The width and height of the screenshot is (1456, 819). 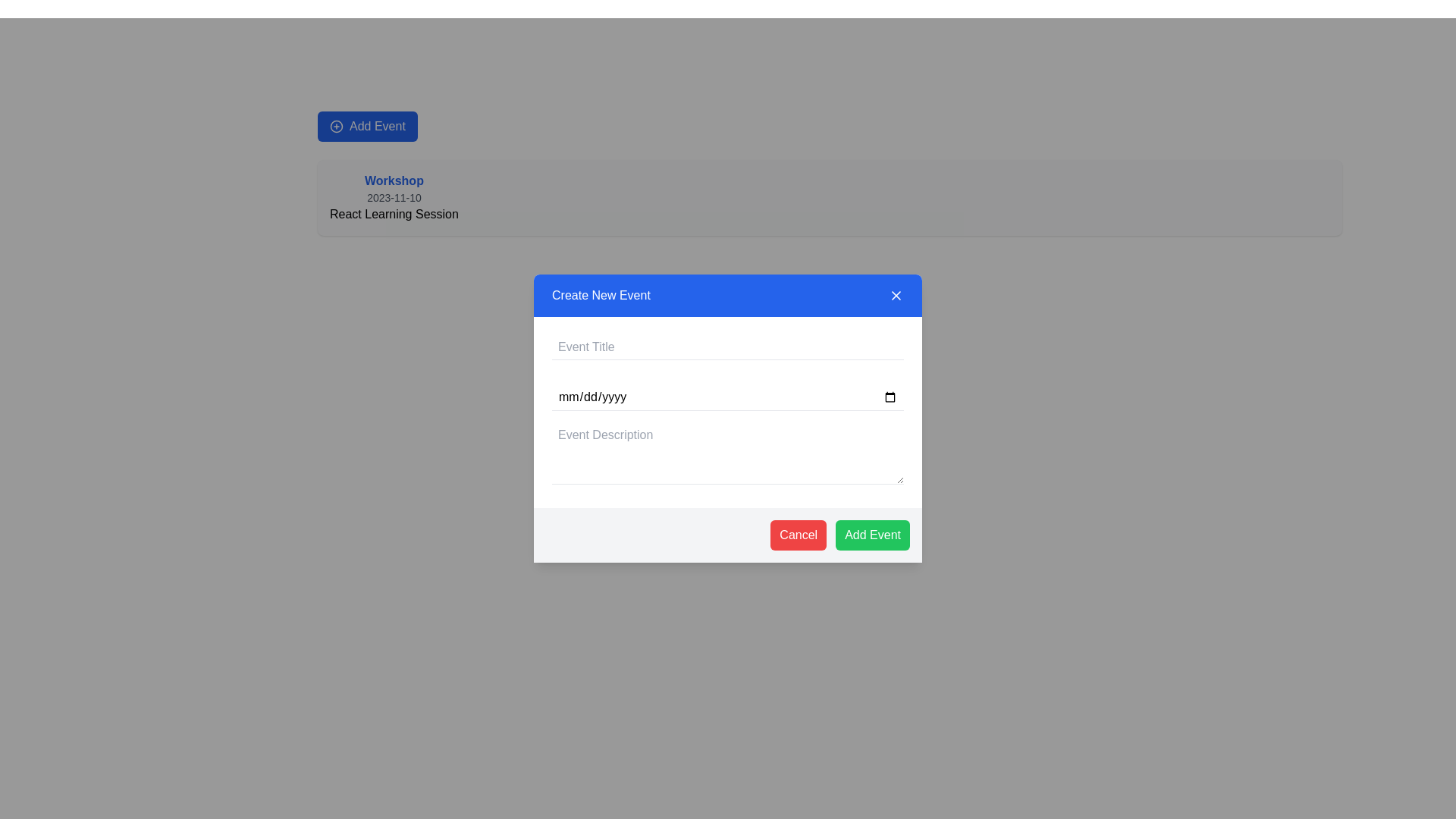 What do you see at coordinates (336, 125) in the screenshot?
I see `the circular plus icon, which is the leftmost element within the 'Add Event' button, styled in SVG format` at bounding box center [336, 125].